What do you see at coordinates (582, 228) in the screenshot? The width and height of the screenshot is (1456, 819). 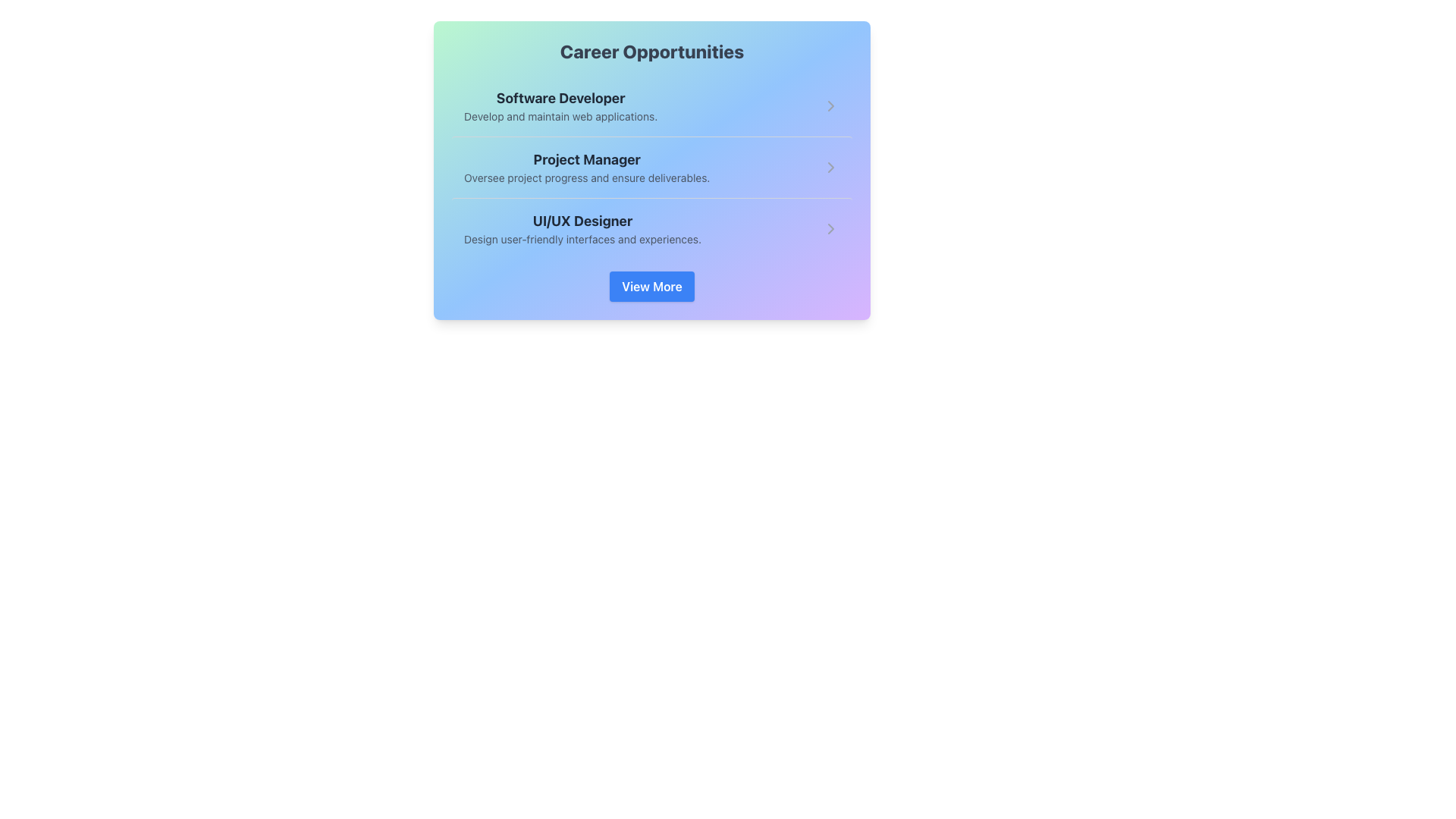 I see `the Text Content Block displaying 'UI/UX Designer' and 'Design user-friendly interfaces and experiences.'` at bounding box center [582, 228].